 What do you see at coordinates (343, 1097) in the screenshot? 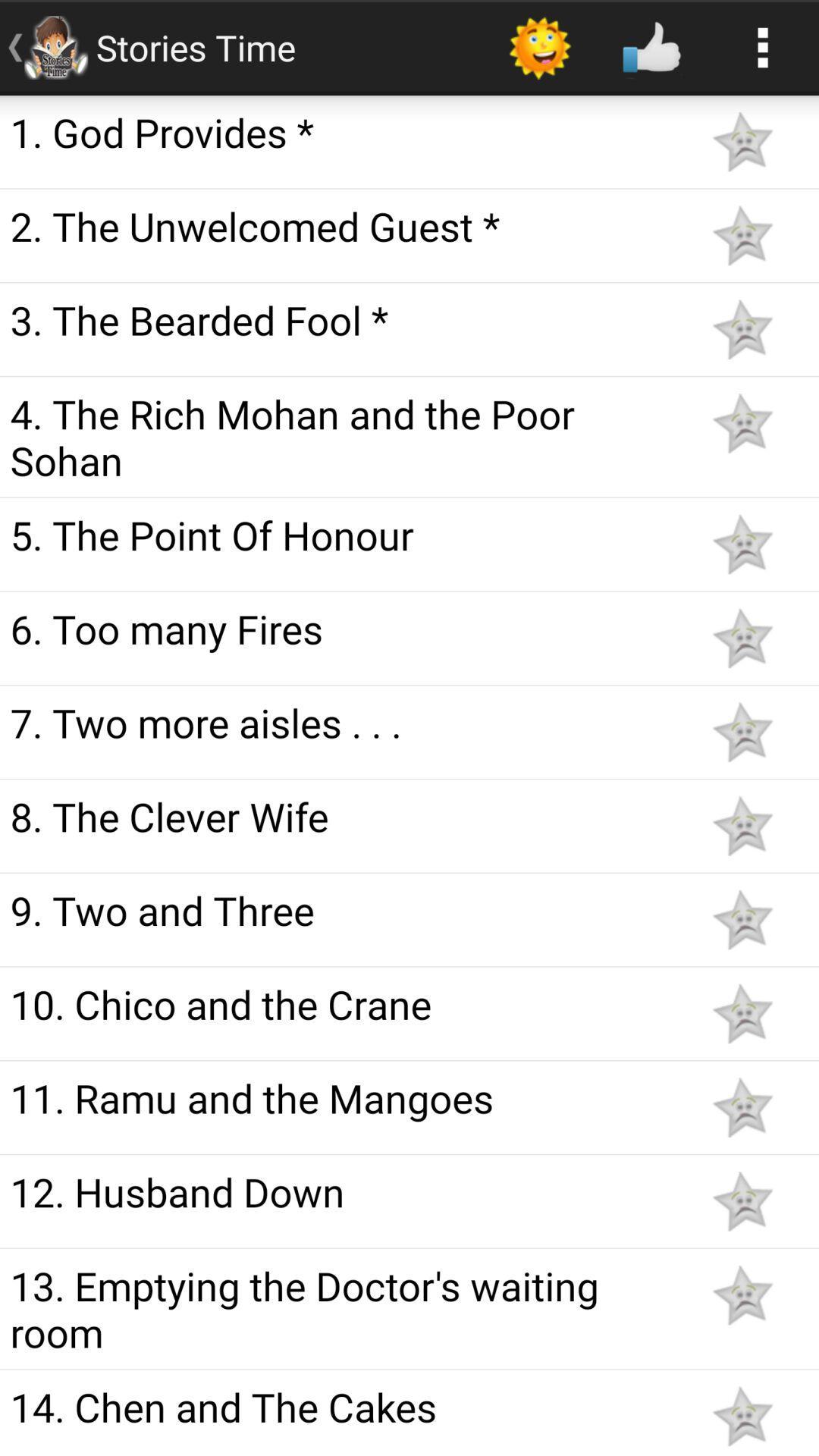
I see `the 11 ramu and app` at bounding box center [343, 1097].